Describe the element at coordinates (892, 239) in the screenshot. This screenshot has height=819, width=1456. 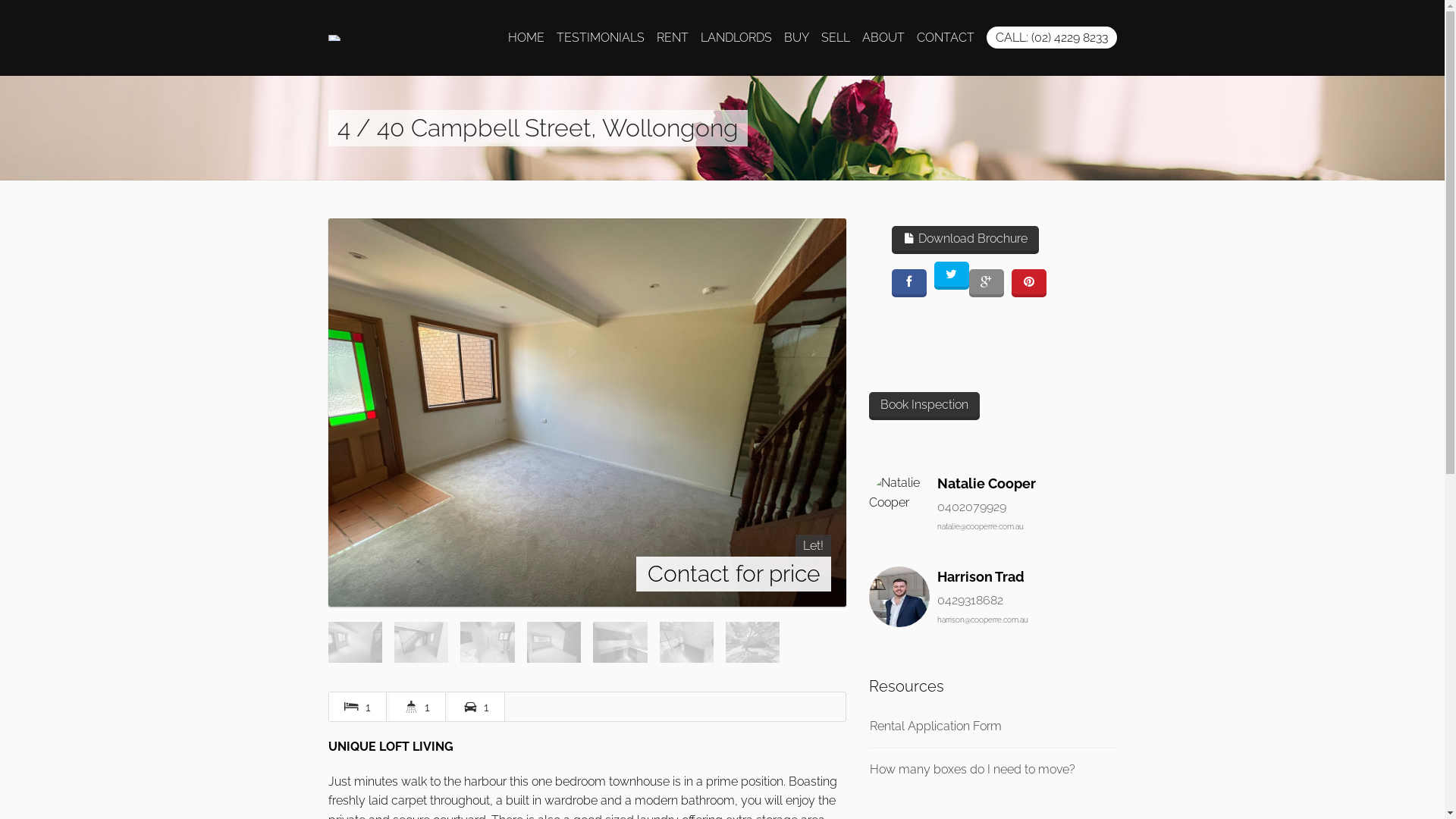
I see `'Download Brochure'` at that location.